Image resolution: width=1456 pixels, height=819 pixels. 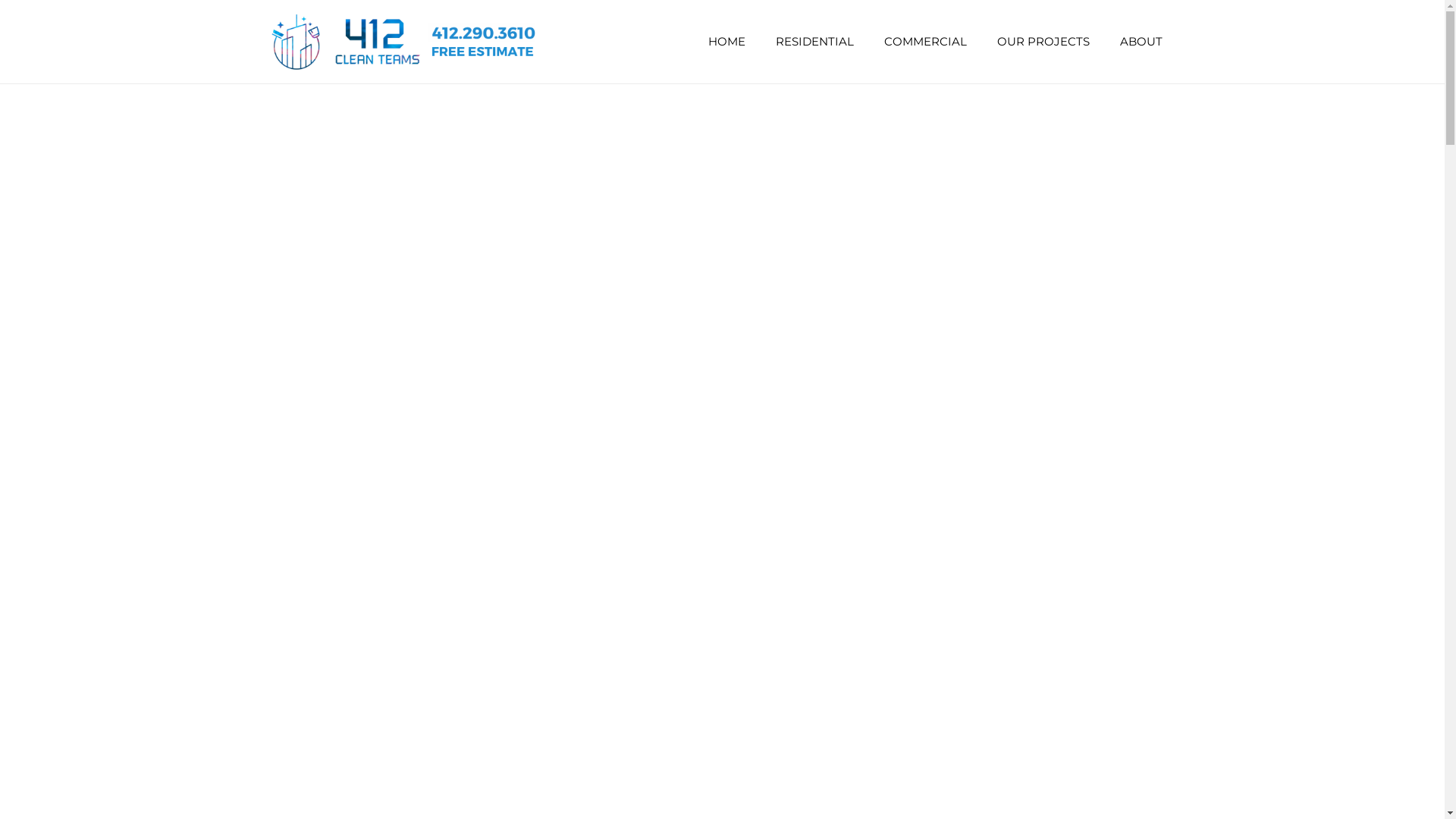 I want to click on 'COMMERCIAL', so click(x=924, y=40).